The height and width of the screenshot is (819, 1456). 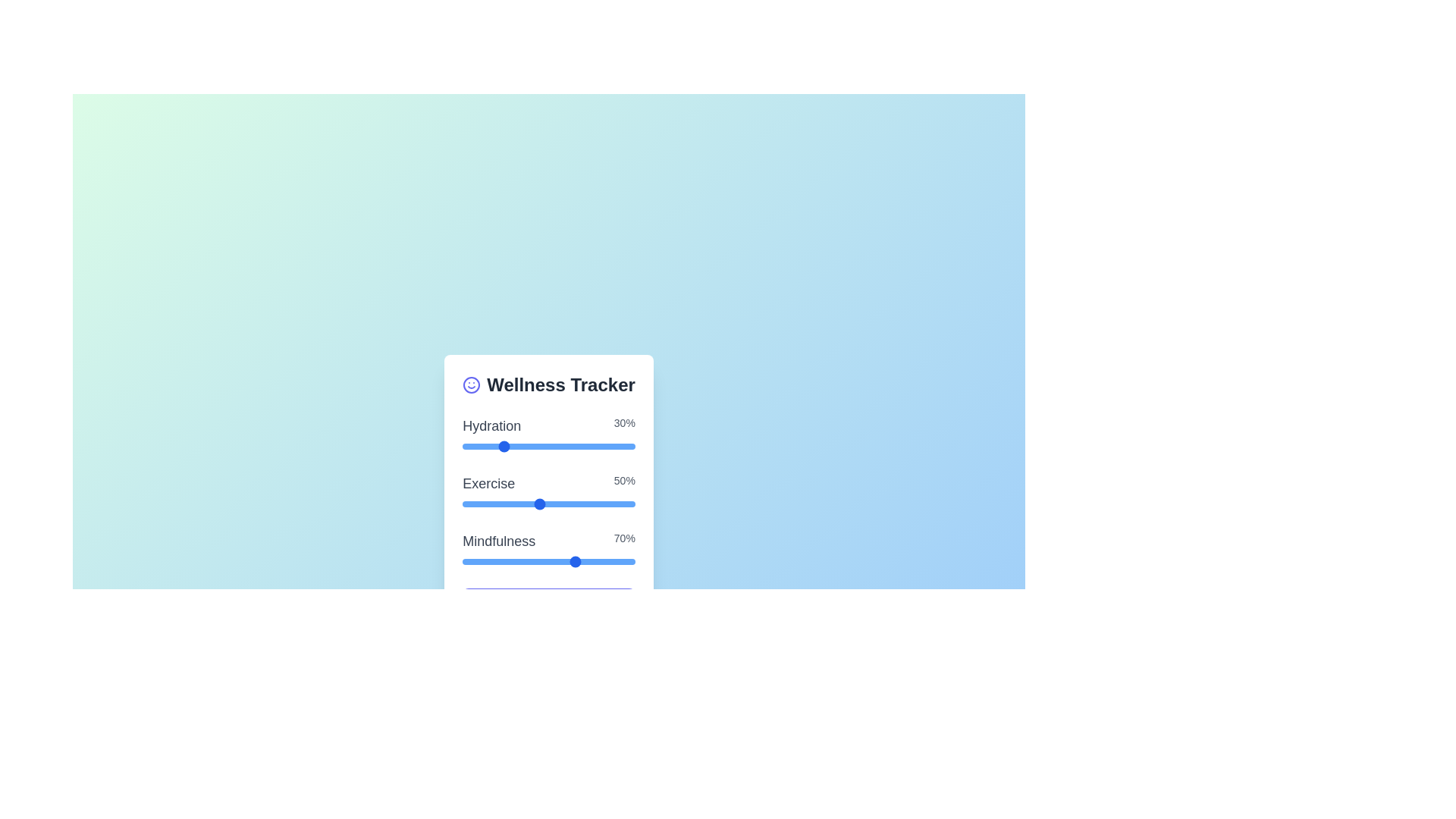 What do you see at coordinates (471, 384) in the screenshot?
I see `the icon beside 'Wellness Tracker'` at bounding box center [471, 384].